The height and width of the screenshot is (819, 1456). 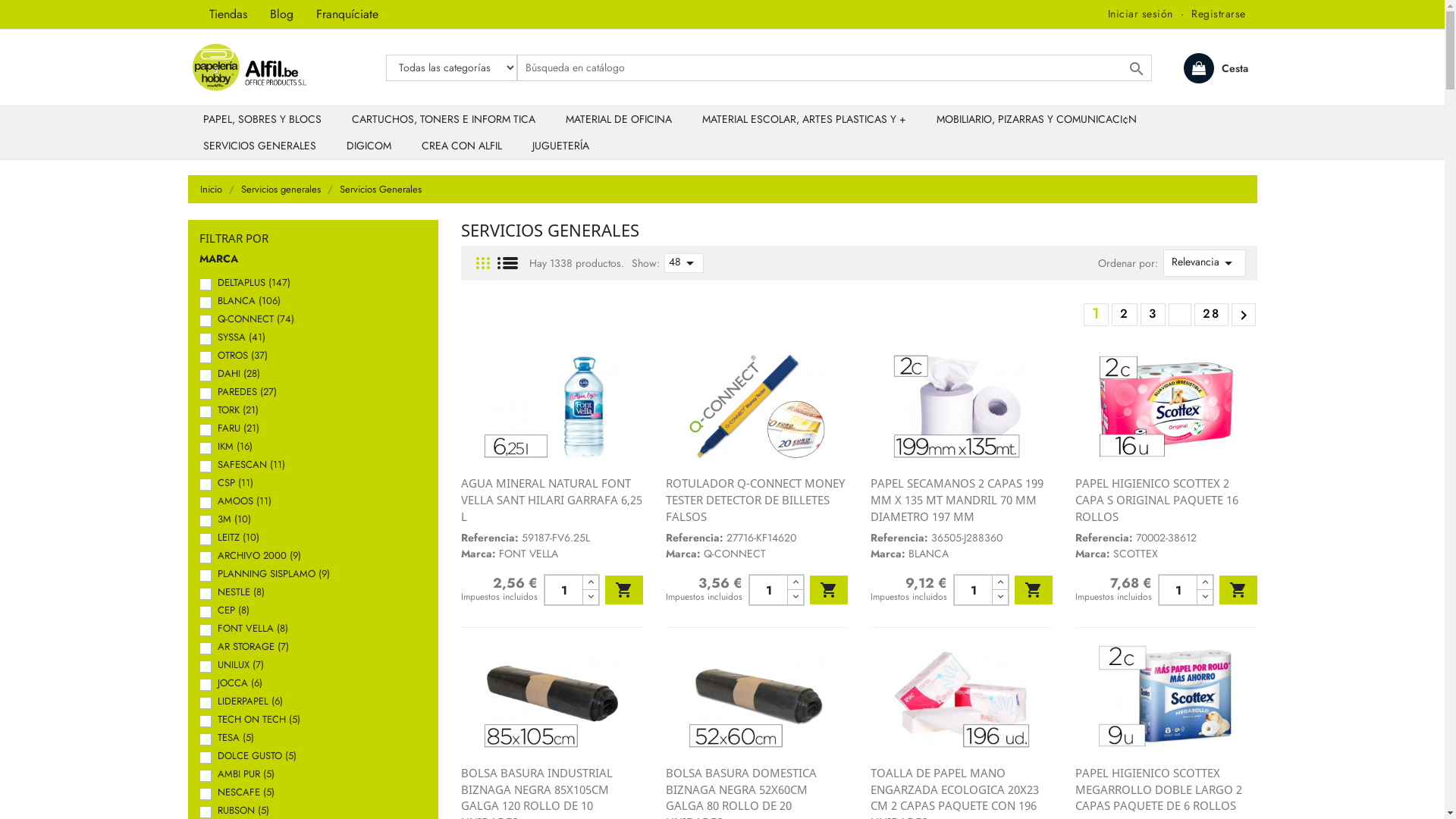 I want to click on 'MATERIAL DE OFICINA', so click(x=619, y=118).